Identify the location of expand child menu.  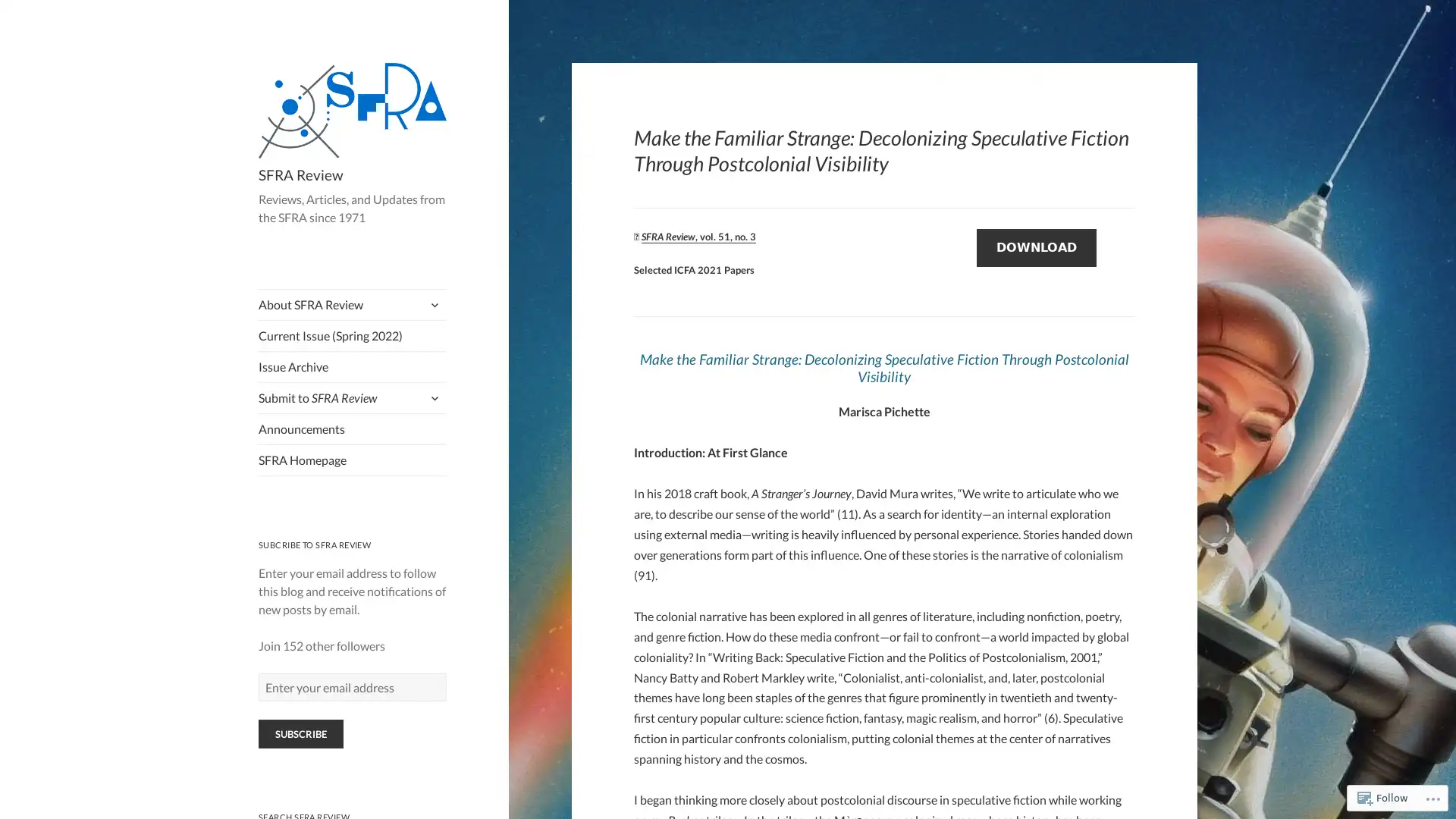
(432, 397).